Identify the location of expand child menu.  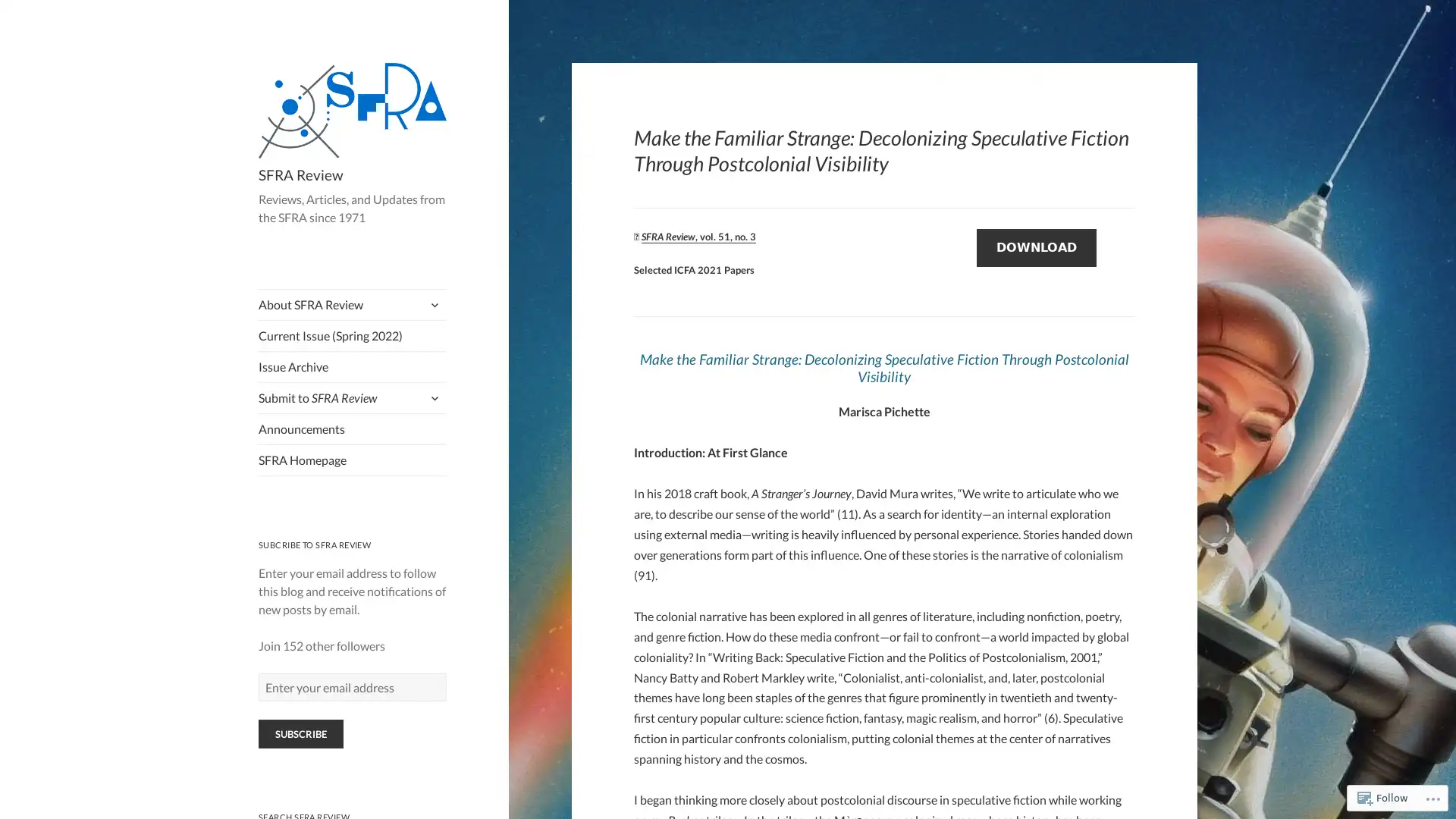
(432, 397).